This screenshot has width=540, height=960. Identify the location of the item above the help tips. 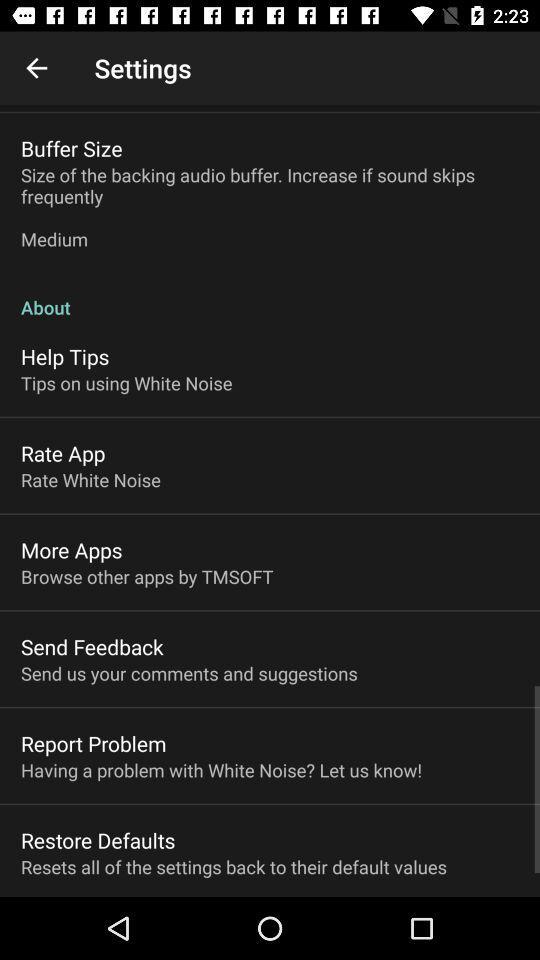
(270, 296).